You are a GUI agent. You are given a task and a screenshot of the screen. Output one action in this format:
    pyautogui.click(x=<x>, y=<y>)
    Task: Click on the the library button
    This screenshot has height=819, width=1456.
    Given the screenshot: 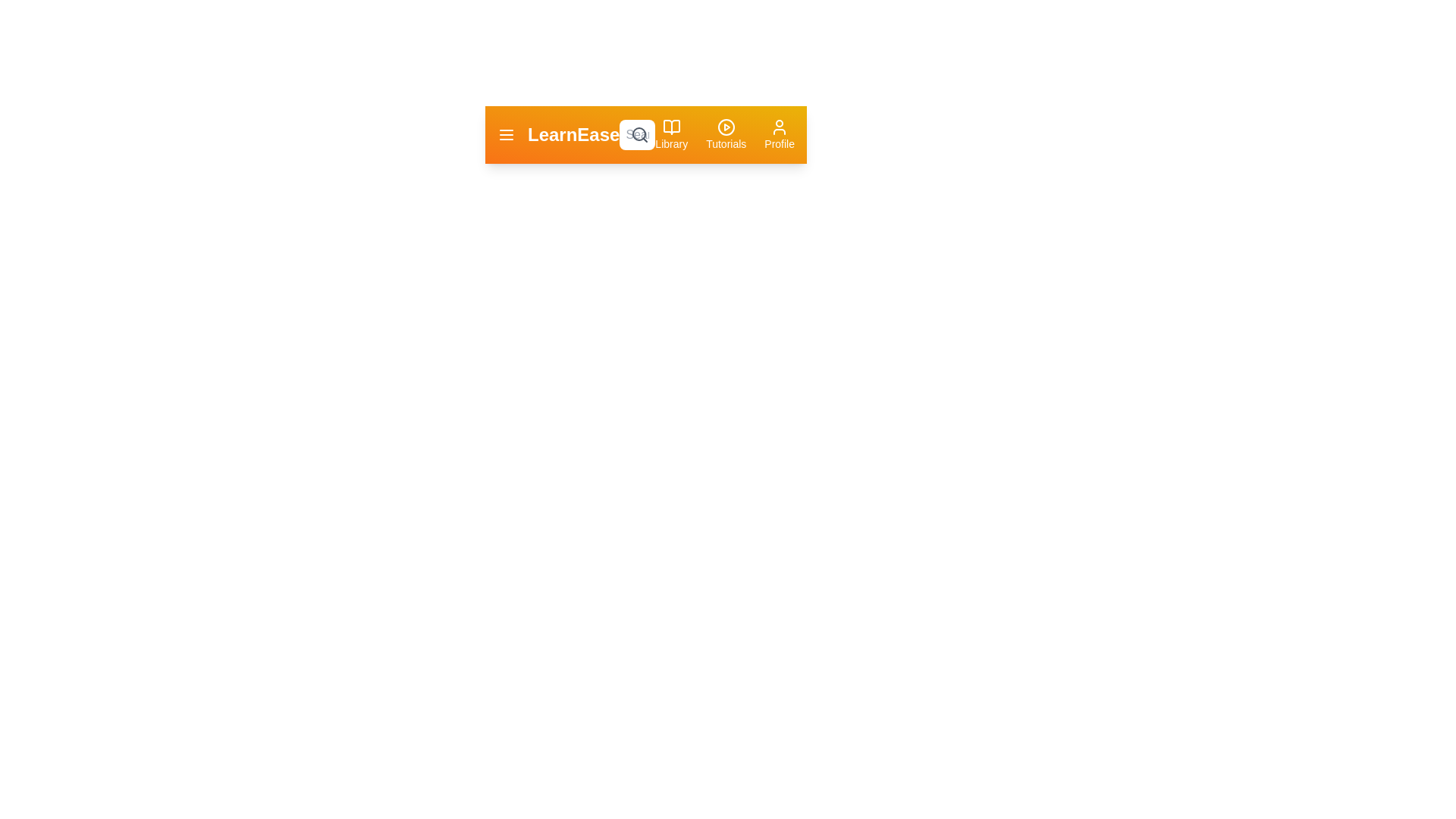 What is the action you would take?
    pyautogui.click(x=670, y=133)
    